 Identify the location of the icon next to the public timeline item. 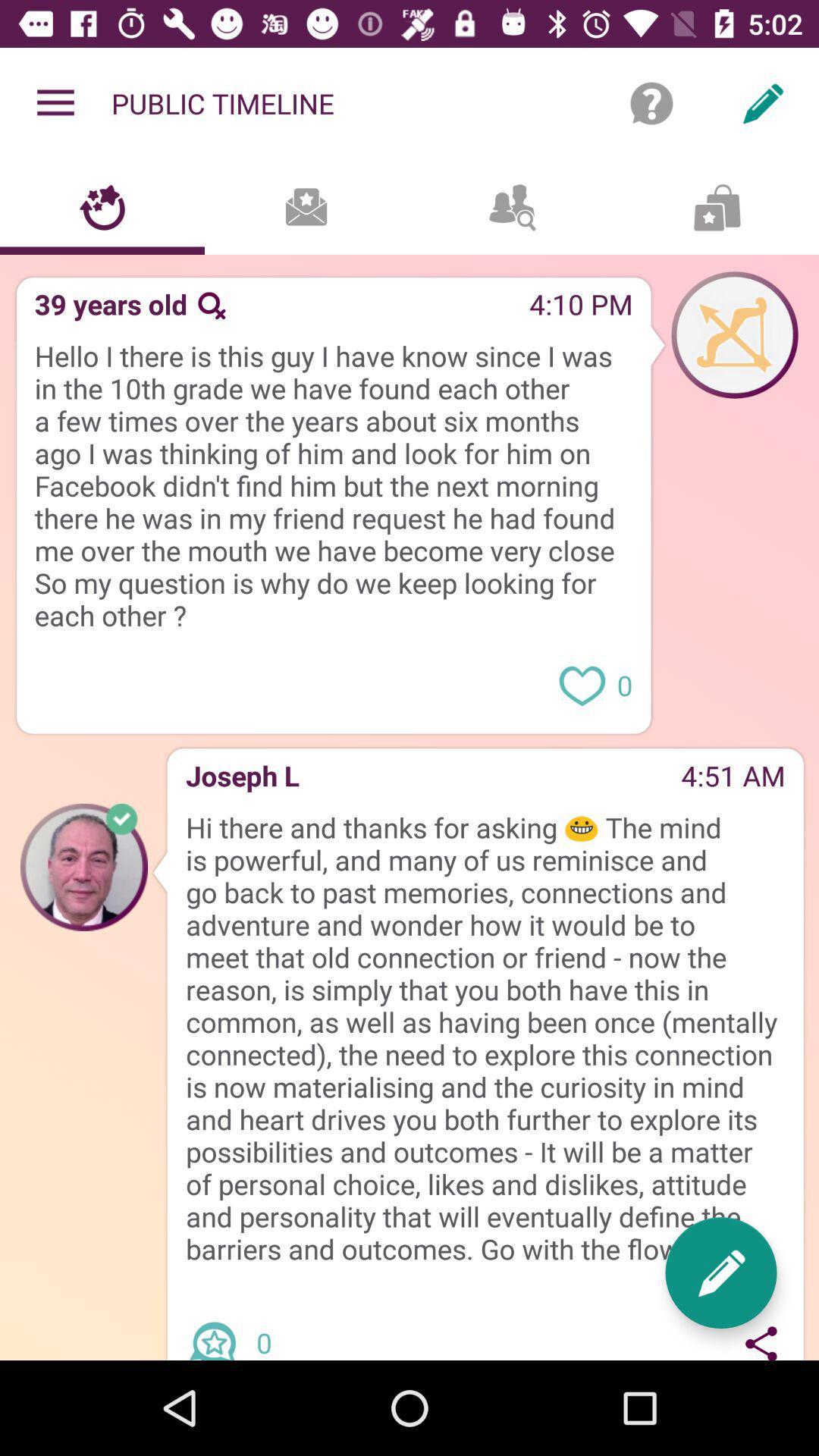
(55, 102).